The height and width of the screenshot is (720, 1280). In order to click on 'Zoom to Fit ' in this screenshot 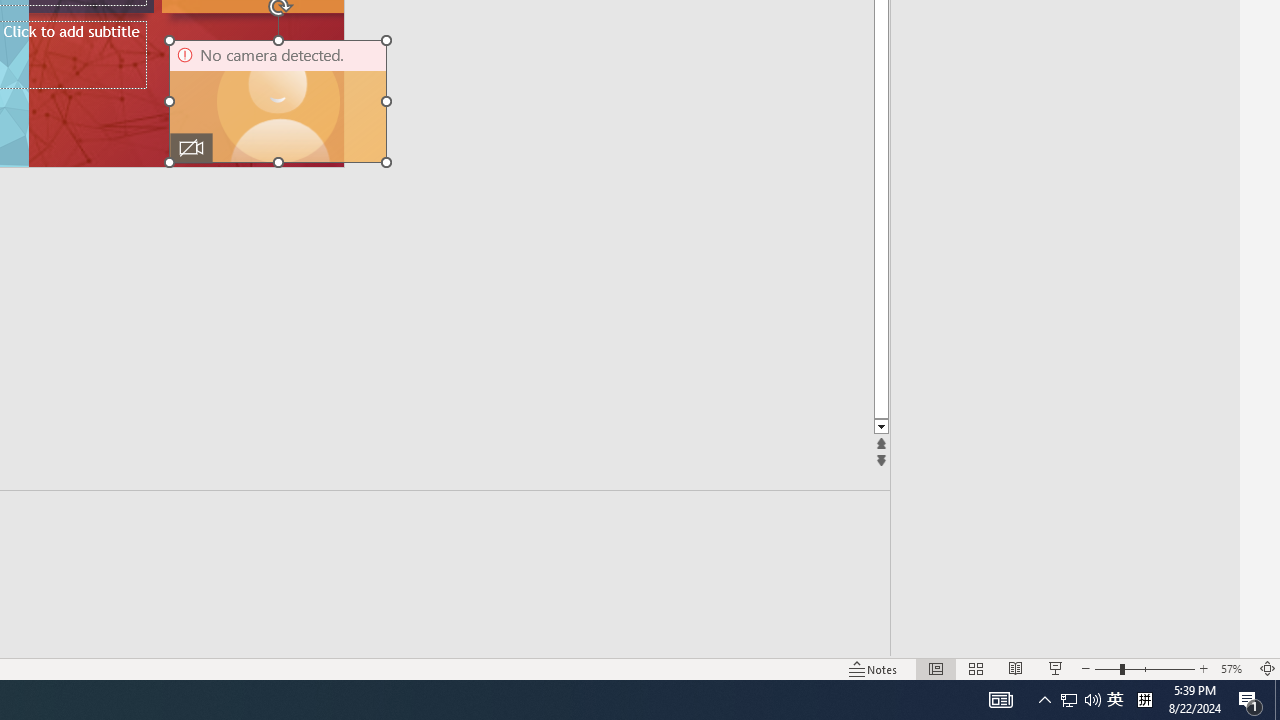, I will do `click(1266, 669)`.